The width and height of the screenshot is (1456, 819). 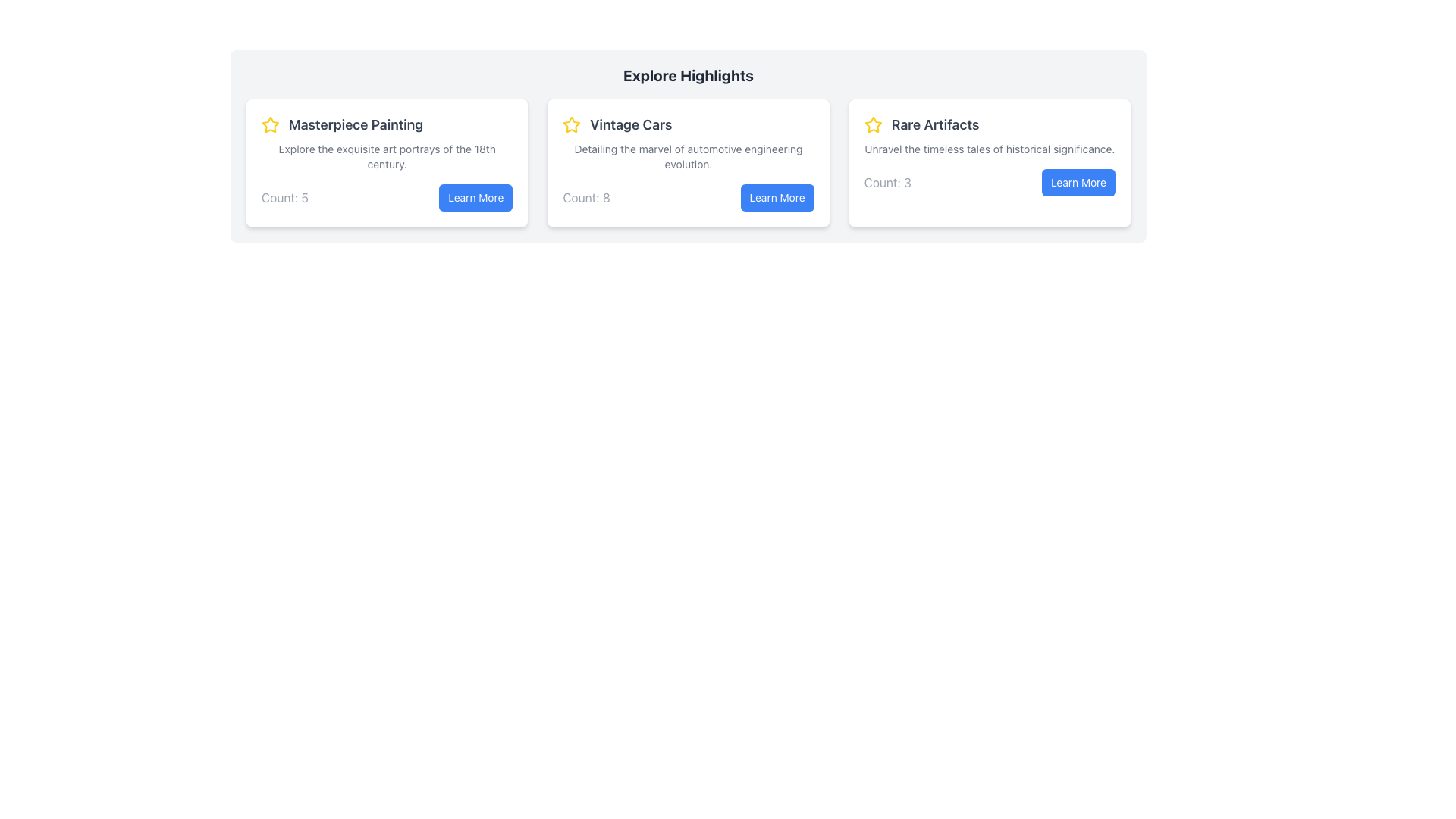 What do you see at coordinates (475, 197) in the screenshot?
I see `the 'Learn More' button, which is a vivid blue rectangular button with rounded corners, located at the bottom-right corner of the 'Masterpiece Painting' card` at bounding box center [475, 197].